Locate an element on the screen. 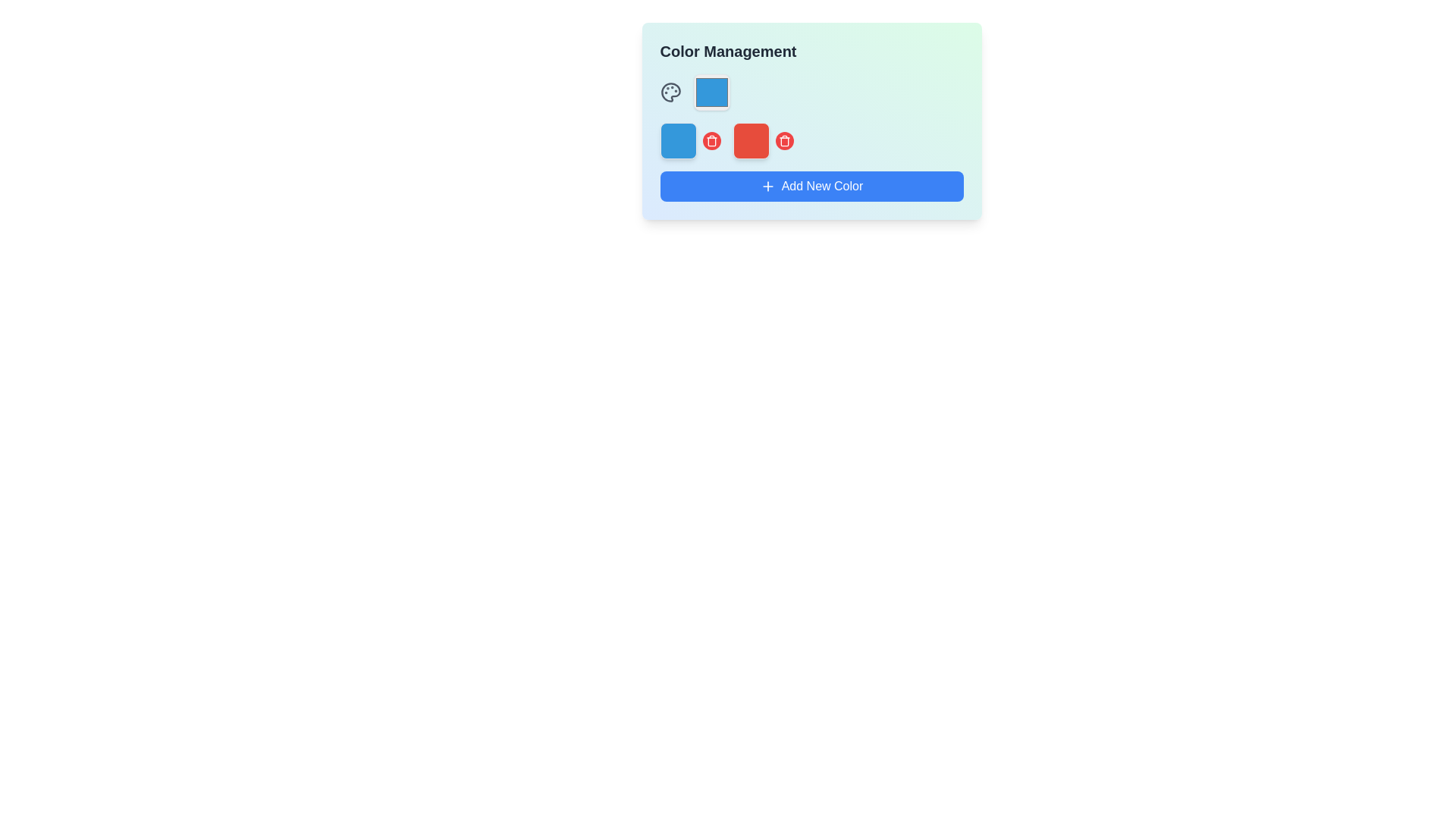  the Color block in the Color Management section is located at coordinates (689, 140).